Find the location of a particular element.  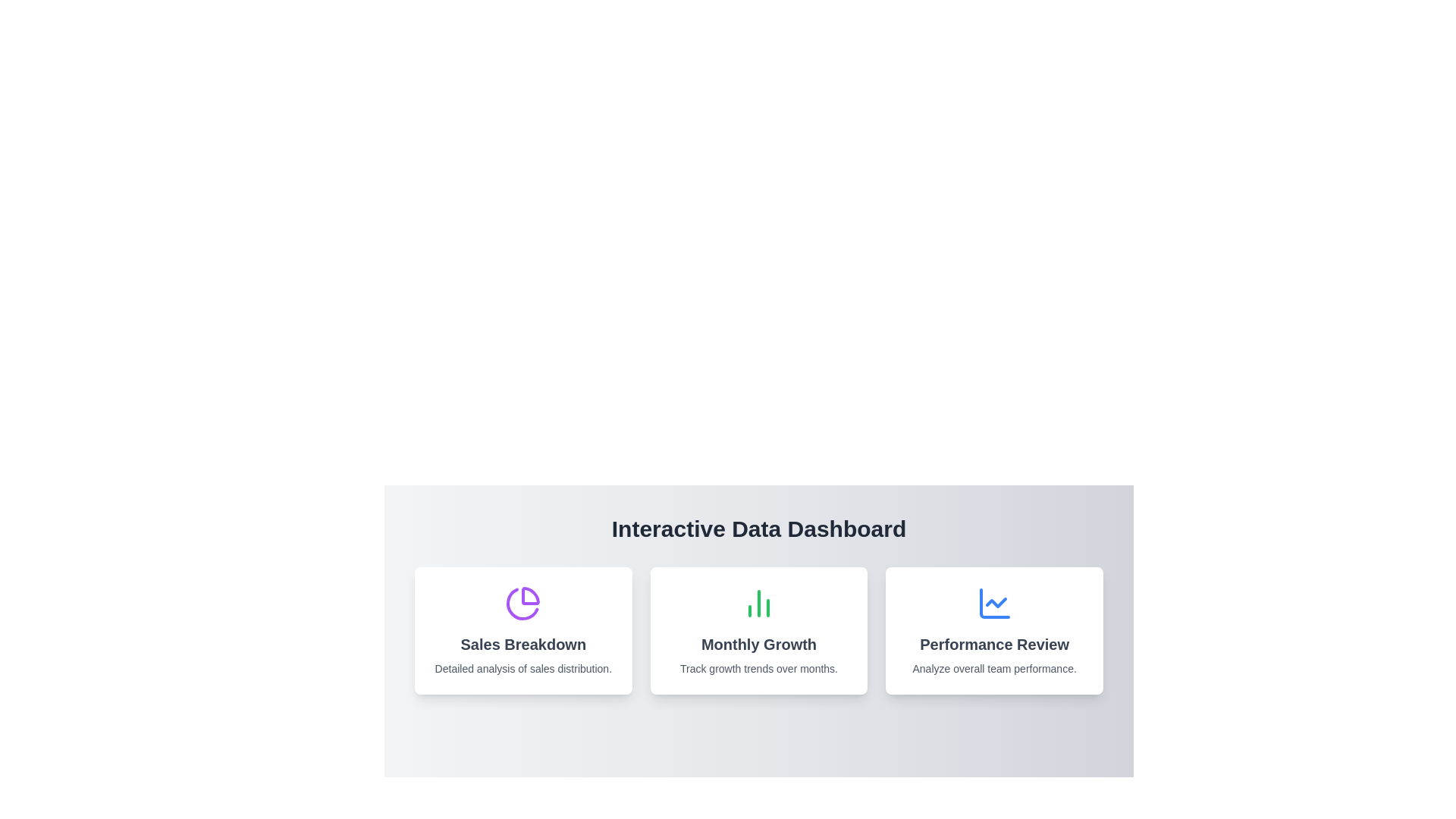

the first Informational card in the grid layout that provides an overview of sales breakdown, located to the left of the 'Monthly Growth' card is located at coordinates (523, 631).